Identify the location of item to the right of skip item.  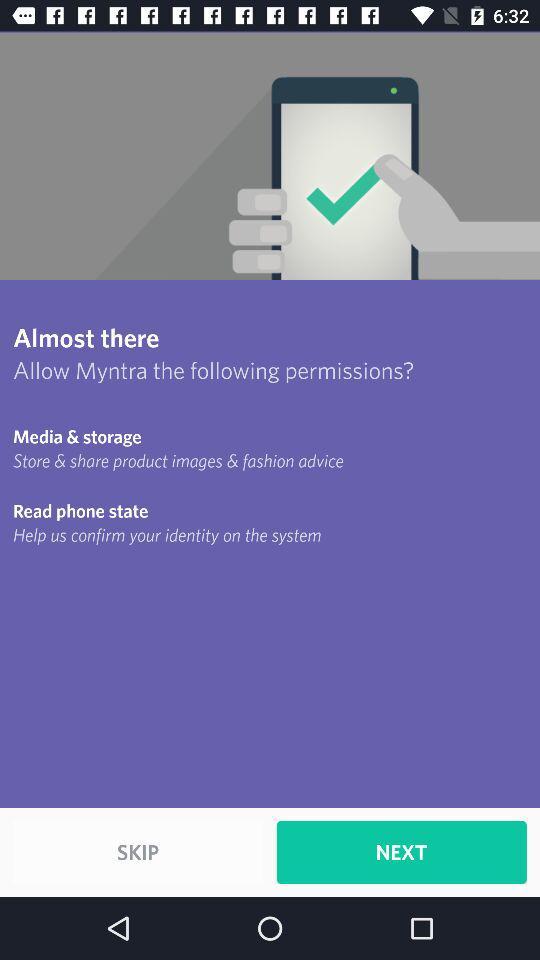
(401, 851).